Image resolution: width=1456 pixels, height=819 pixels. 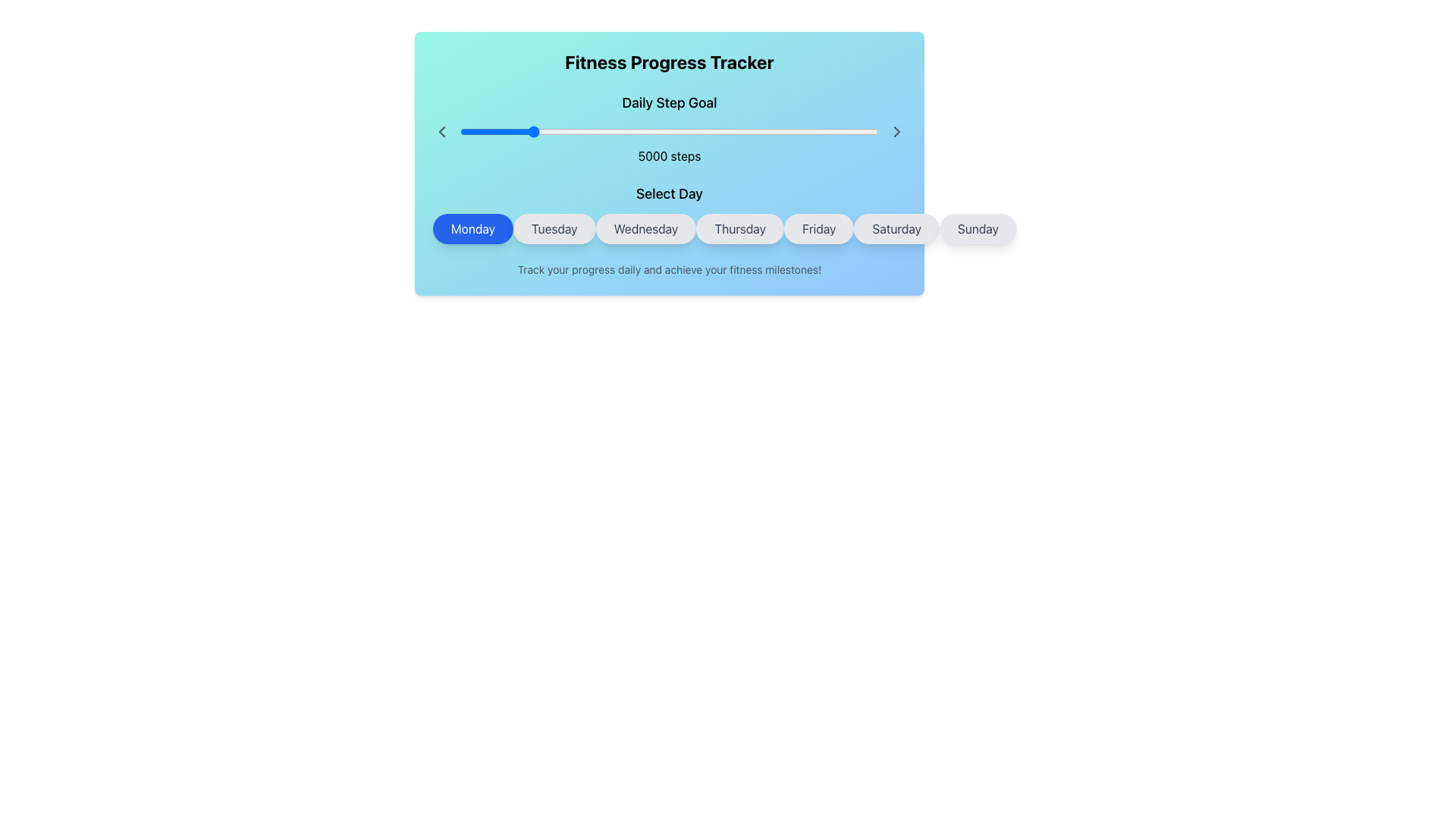 I want to click on keyboard navigation, so click(x=554, y=228).